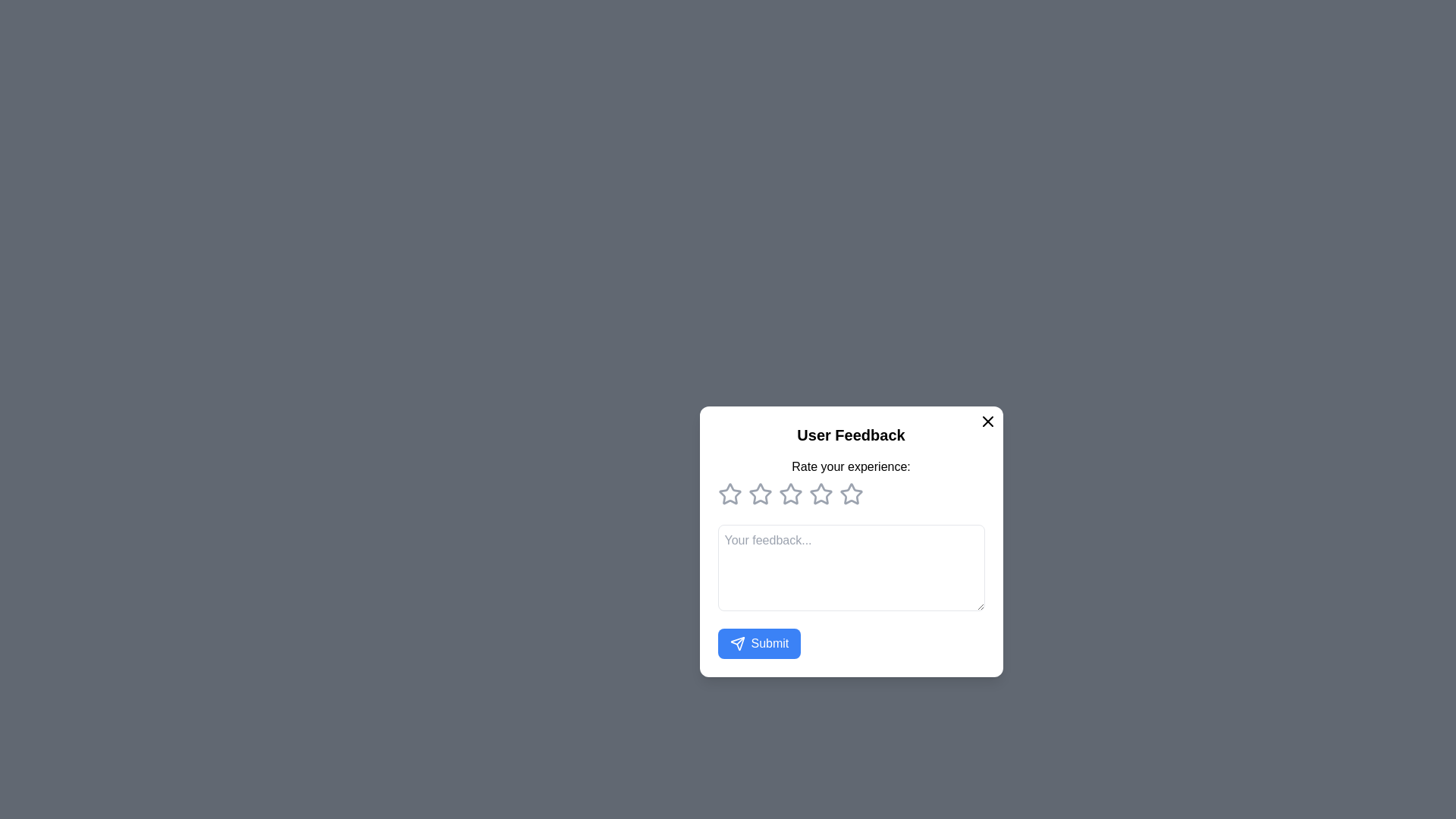 This screenshot has width=1456, height=819. What do you see at coordinates (851, 482) in the screenshot?
I see `the star in the Rating component located in the center of the 'User Feedback' pop-up card` at bounding box center [851, 482].